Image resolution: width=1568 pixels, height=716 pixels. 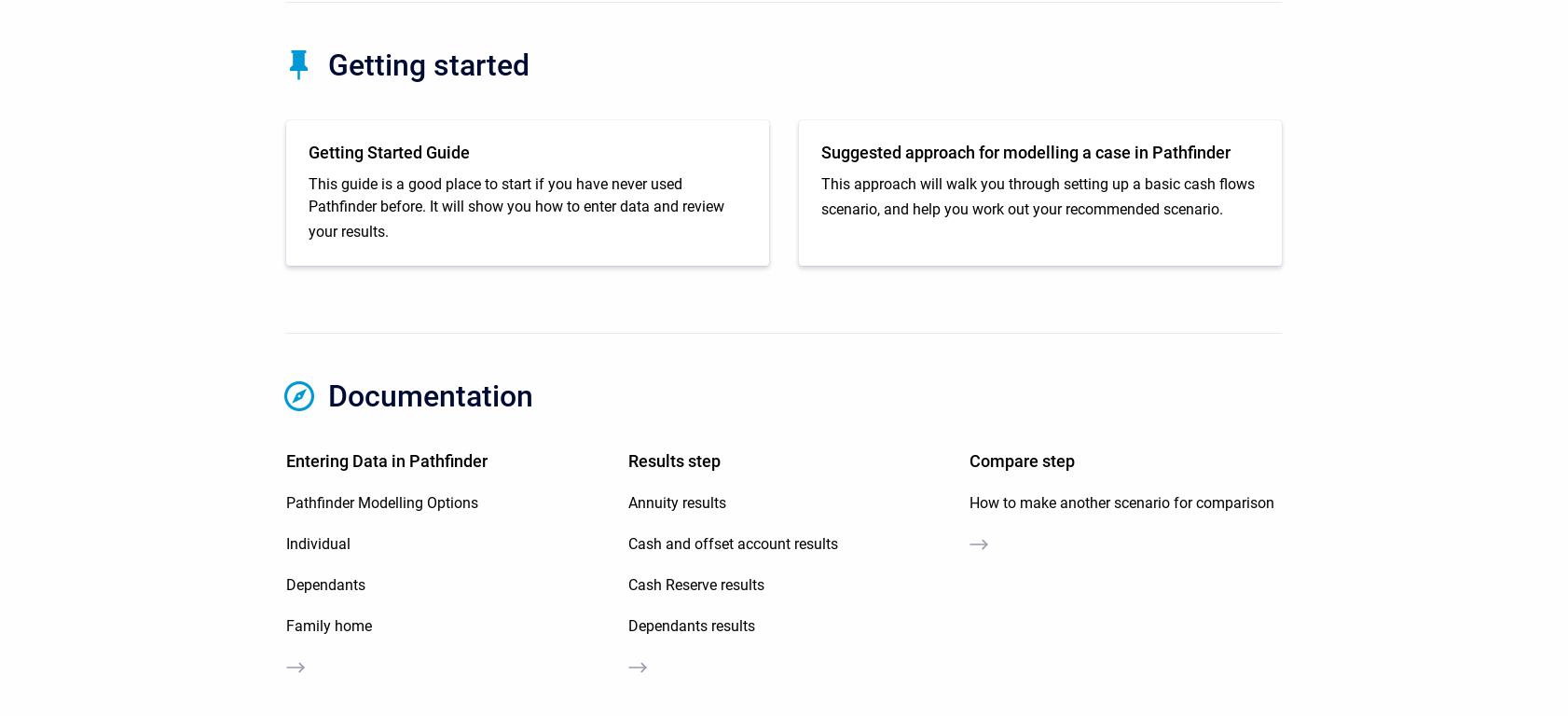 I want to click on 'Dependants', so click(x=284, y=584).